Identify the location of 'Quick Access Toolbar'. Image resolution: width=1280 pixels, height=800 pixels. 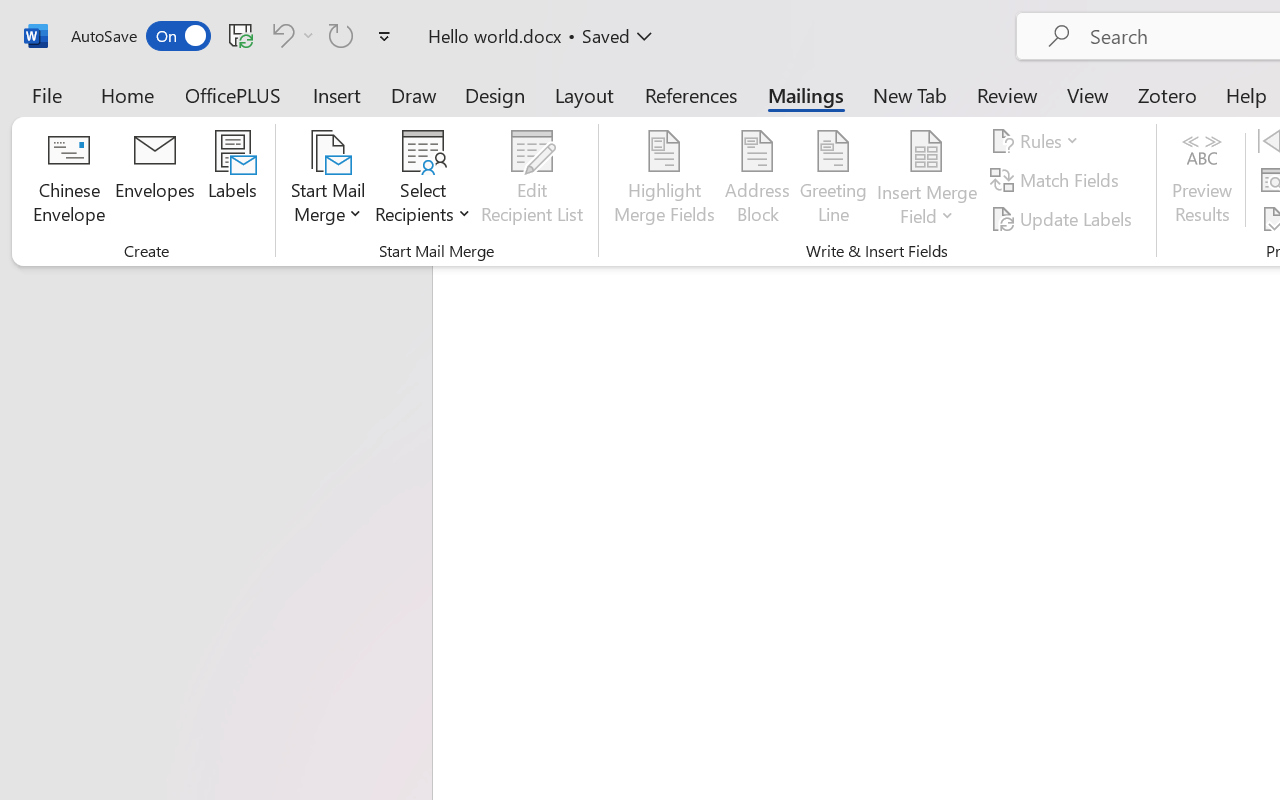
(234, 35).